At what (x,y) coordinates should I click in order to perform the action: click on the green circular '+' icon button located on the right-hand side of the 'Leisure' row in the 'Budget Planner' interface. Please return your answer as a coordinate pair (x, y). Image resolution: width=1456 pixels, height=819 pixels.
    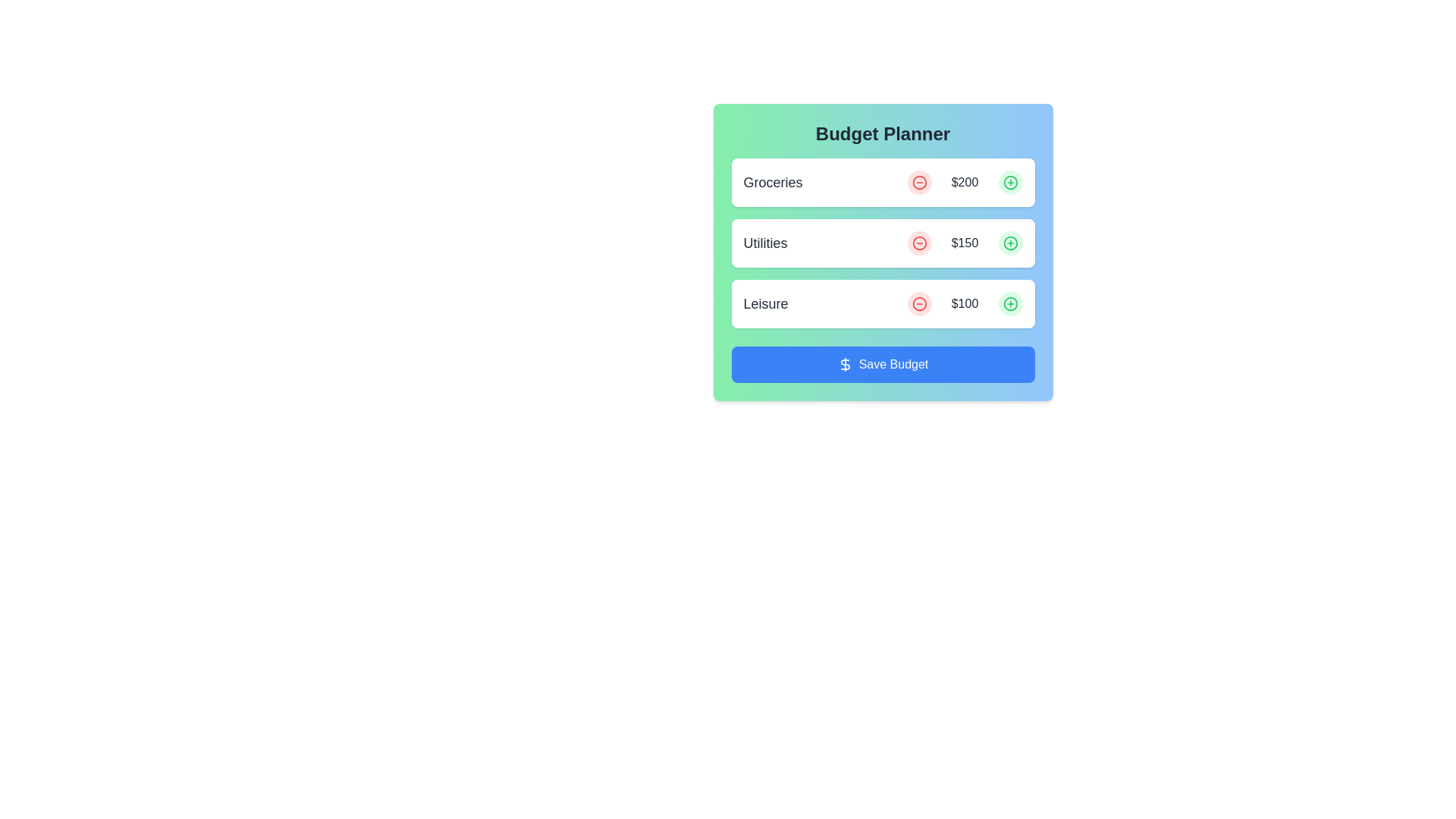
    Looking at the image, I should click on (1010, 304).